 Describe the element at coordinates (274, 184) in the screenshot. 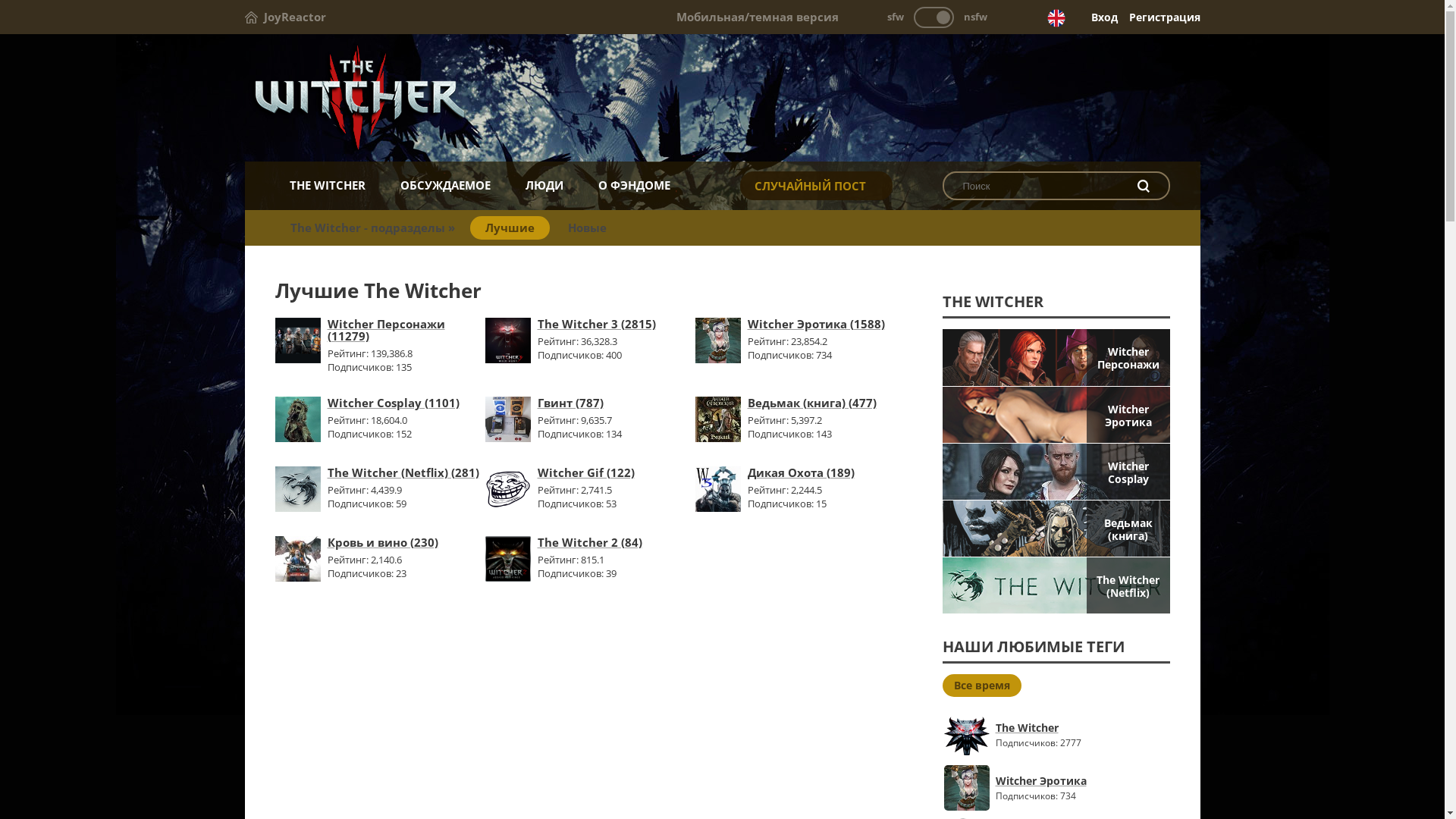

I see `'THE WITCHER'` at that location.